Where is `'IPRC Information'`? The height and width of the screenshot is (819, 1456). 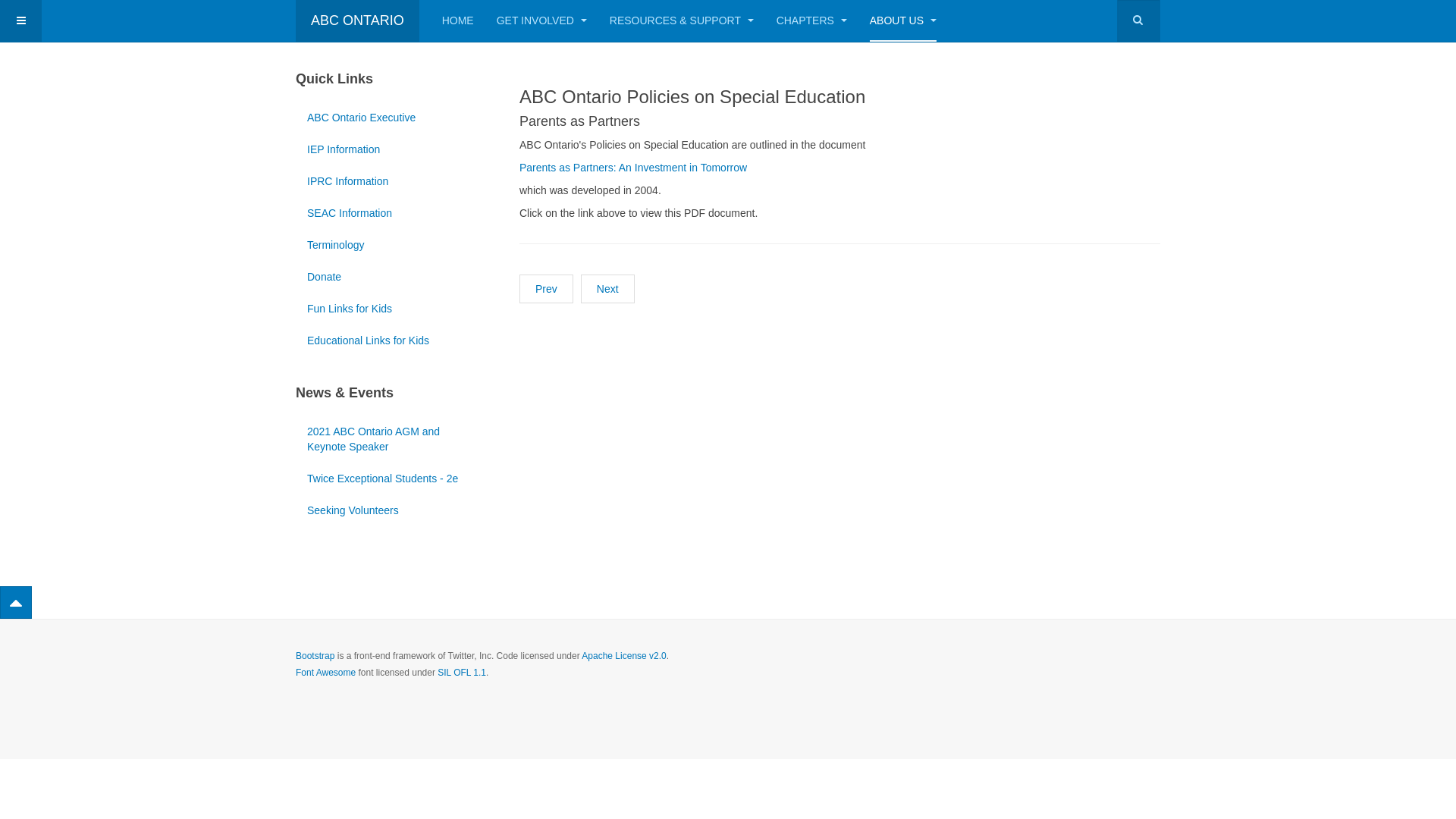 'IPRC Information' is located at coordinates (392, 180).